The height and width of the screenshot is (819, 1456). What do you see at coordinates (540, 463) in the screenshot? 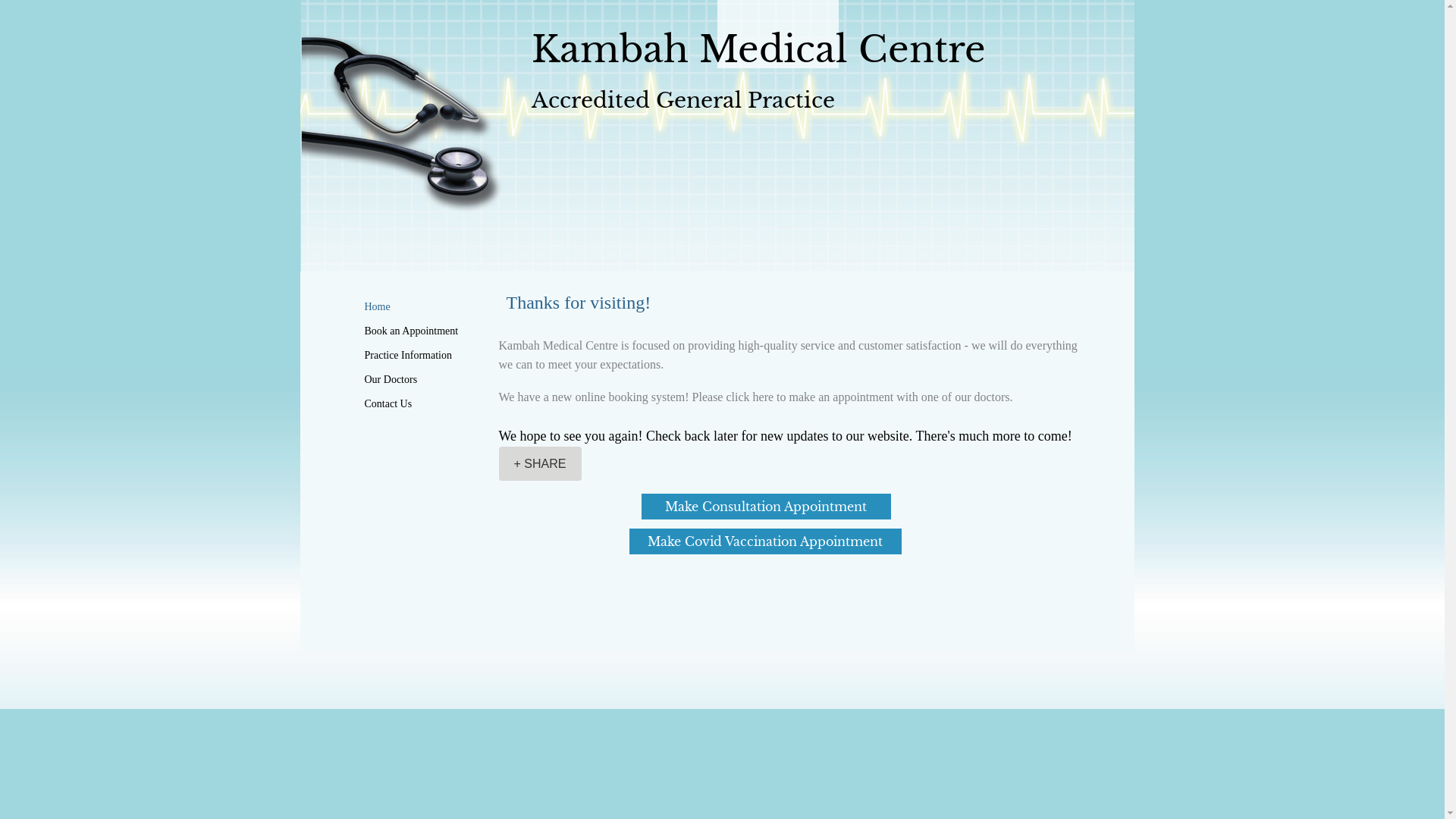
I see `'+ SHARE'` at bounding box center [540, 463].